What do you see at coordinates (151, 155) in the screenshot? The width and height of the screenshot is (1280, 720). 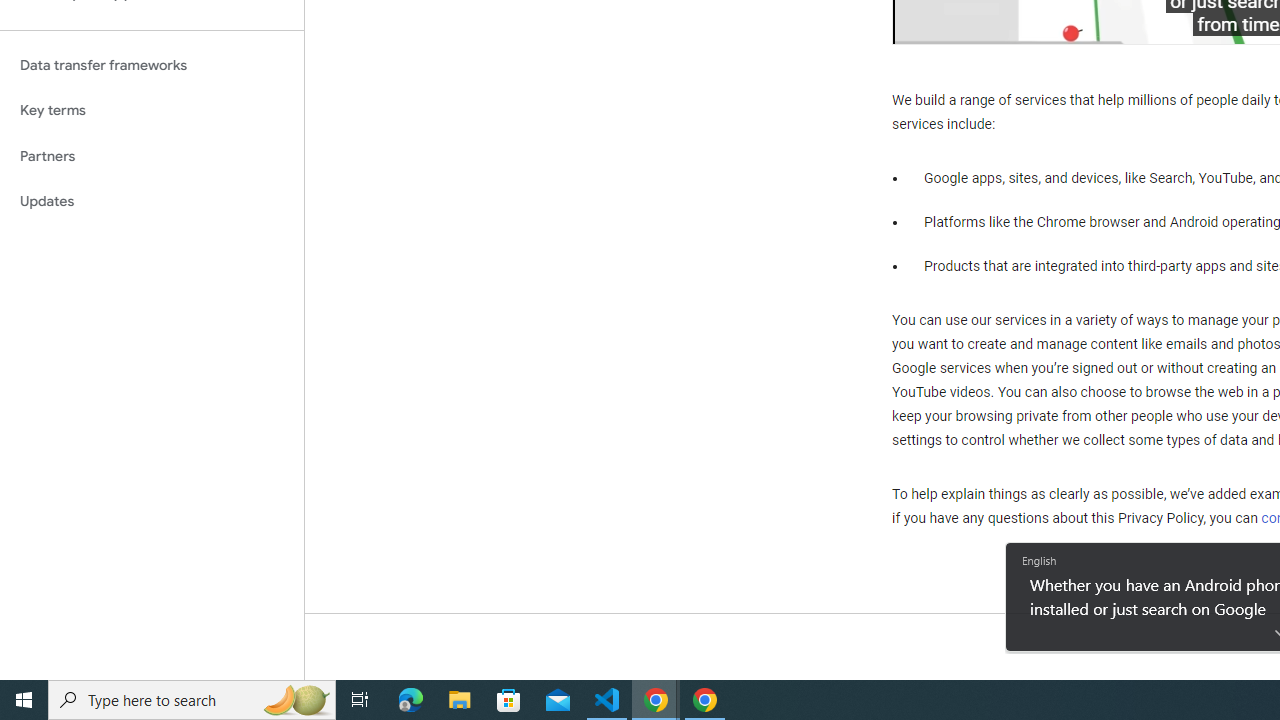 I see `'Partners'` at bounding box center [151, 155].